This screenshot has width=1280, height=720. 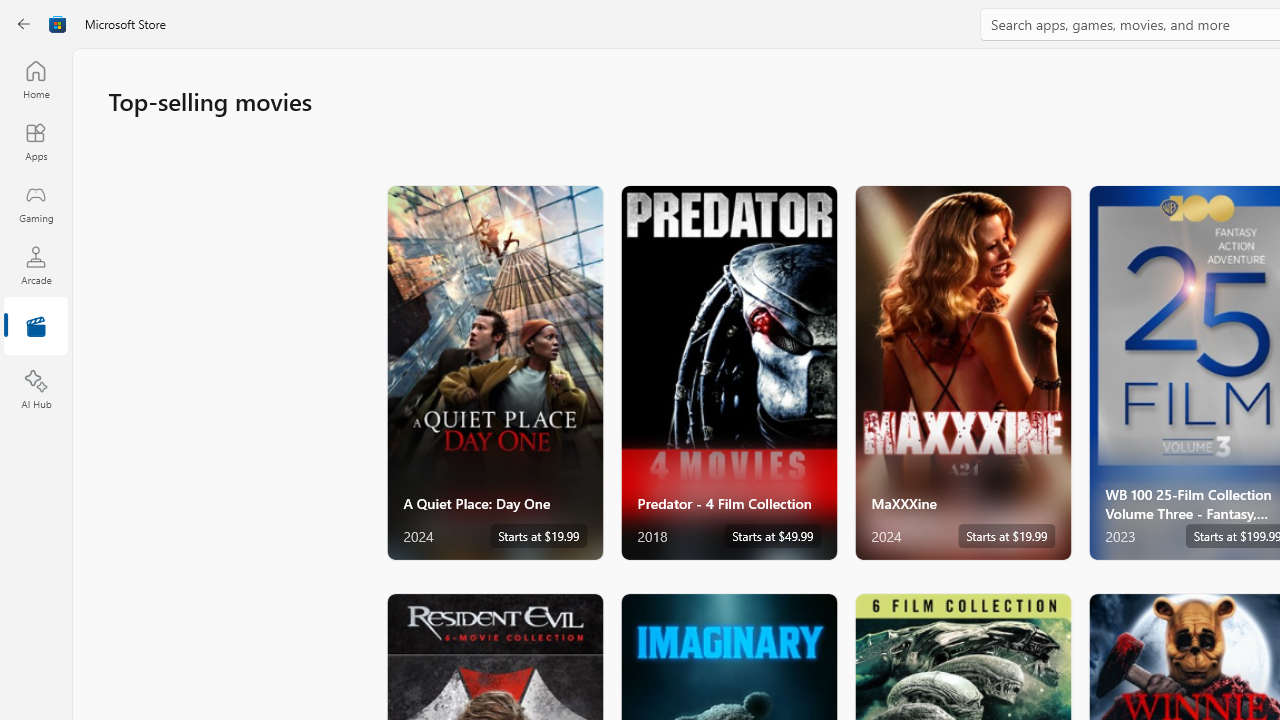 What do you see at coordinates (35, 390) in the screenshot?
I see `'AI Hub'` at bounding box center [35, 390].